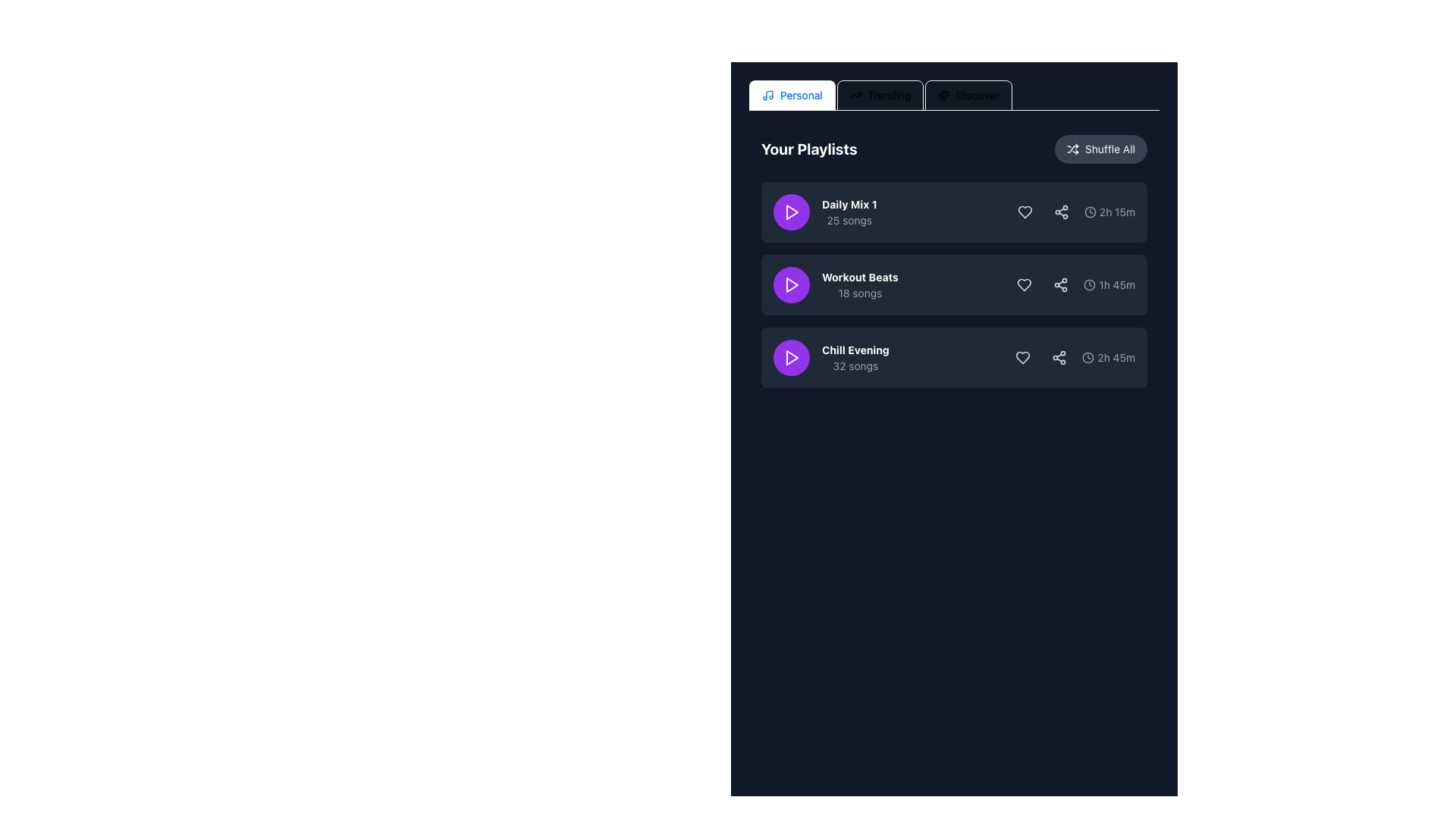 Image resolution: width=1456 pixels, height=819 pixels. I want to click on the clock icon positioned to the left of the text '2h 15m' in the playlist row for 'Daily Mix 1', so click(1089, 212).